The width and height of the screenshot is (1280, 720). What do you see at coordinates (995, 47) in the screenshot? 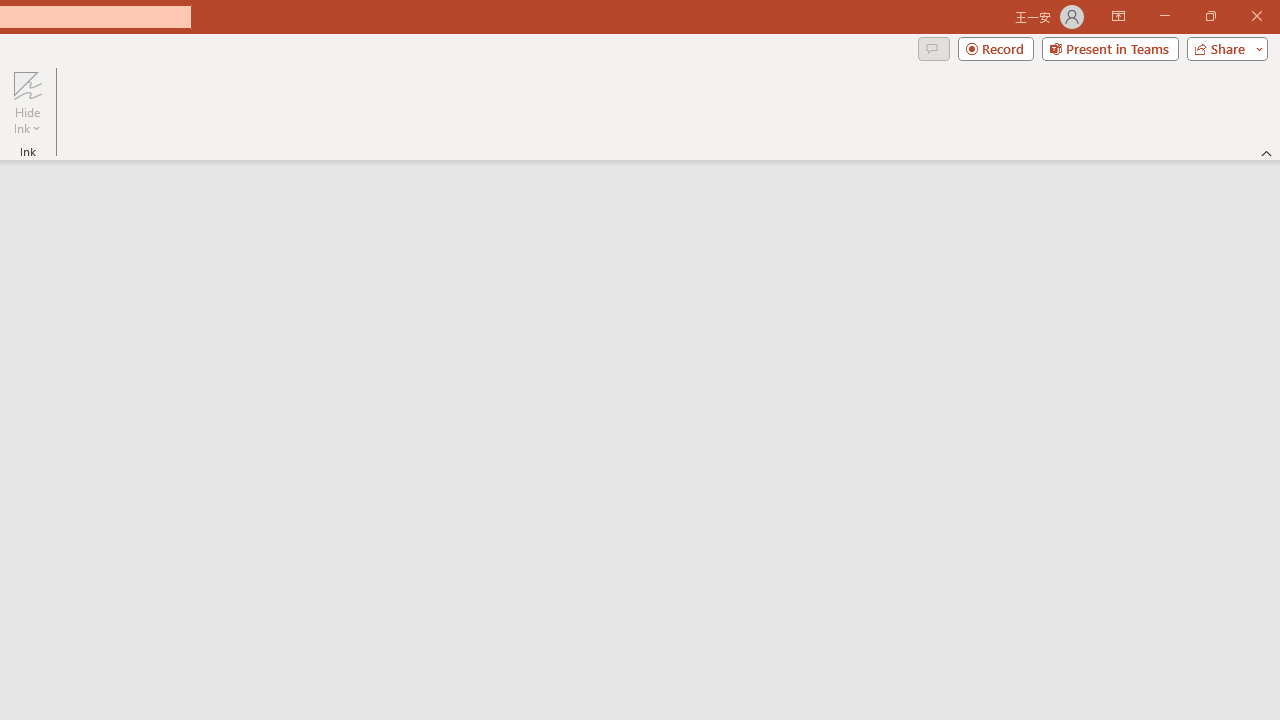
I see `'Record'` at bounding box center [995, 47].